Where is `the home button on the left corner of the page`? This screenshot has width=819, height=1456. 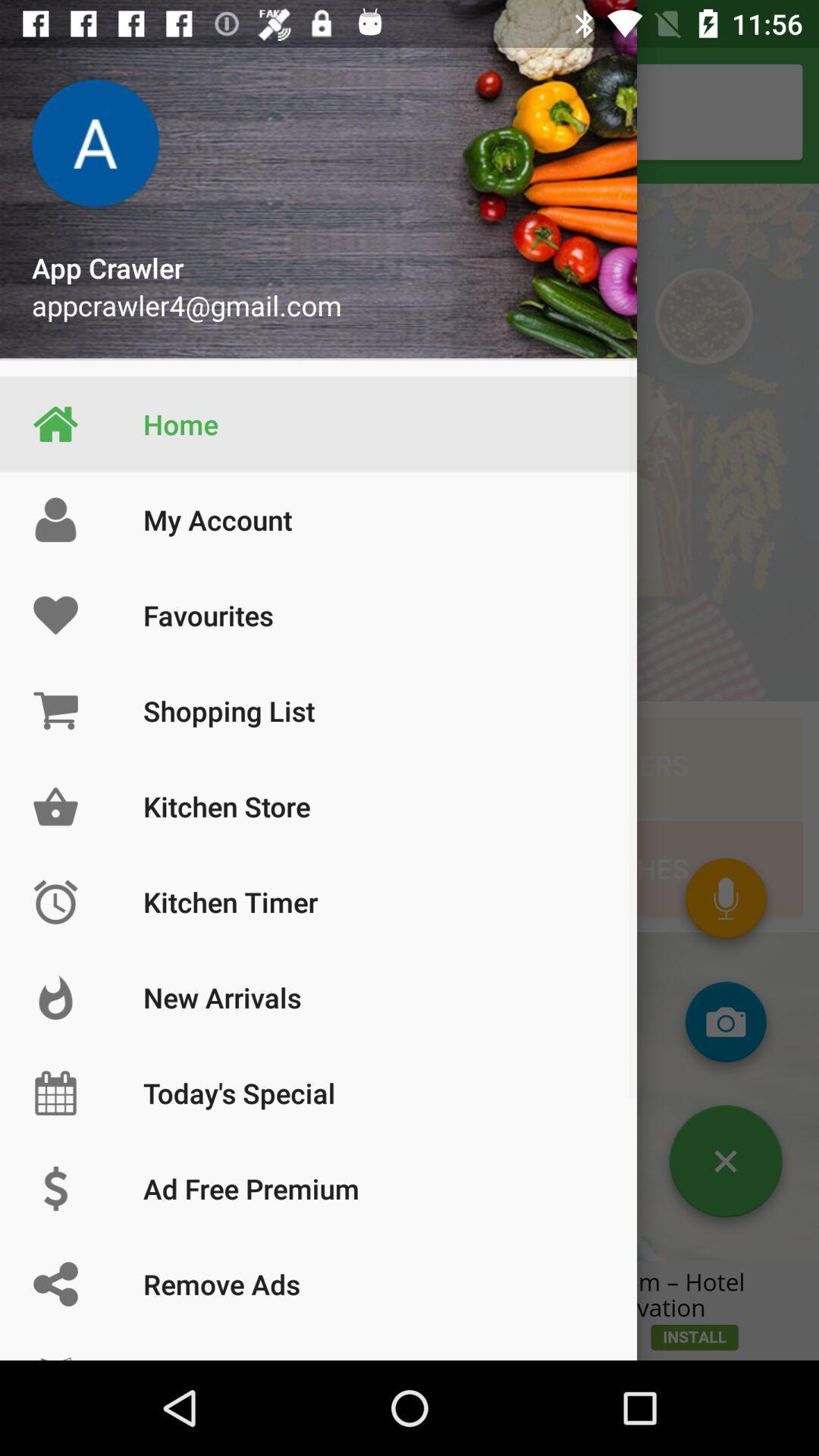
the home button on the left corner of the page is located at coordinates (55, 425).